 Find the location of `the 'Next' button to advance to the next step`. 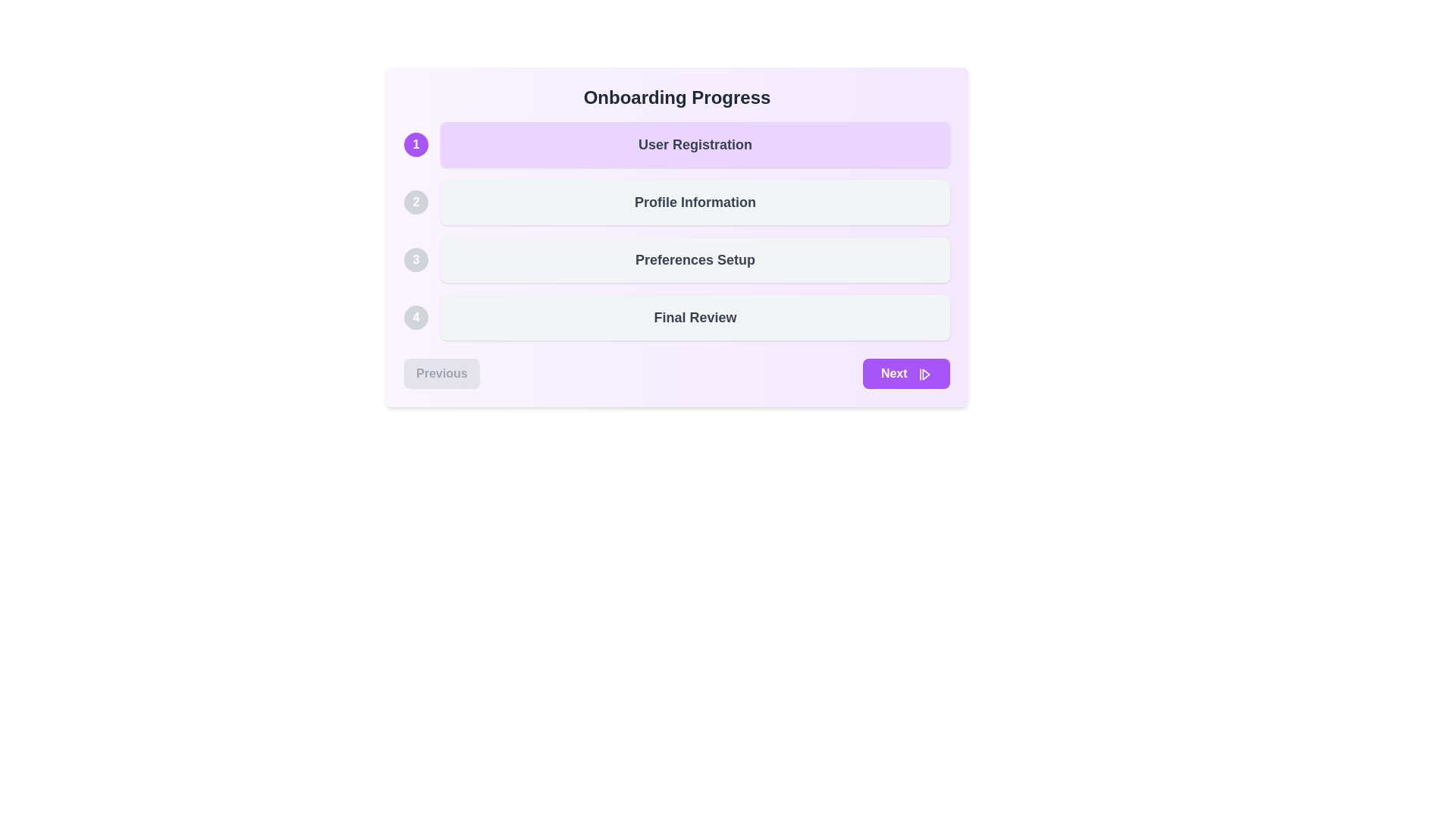

the 'Next' button to advance to the next step is located at coordinates (906, 374).